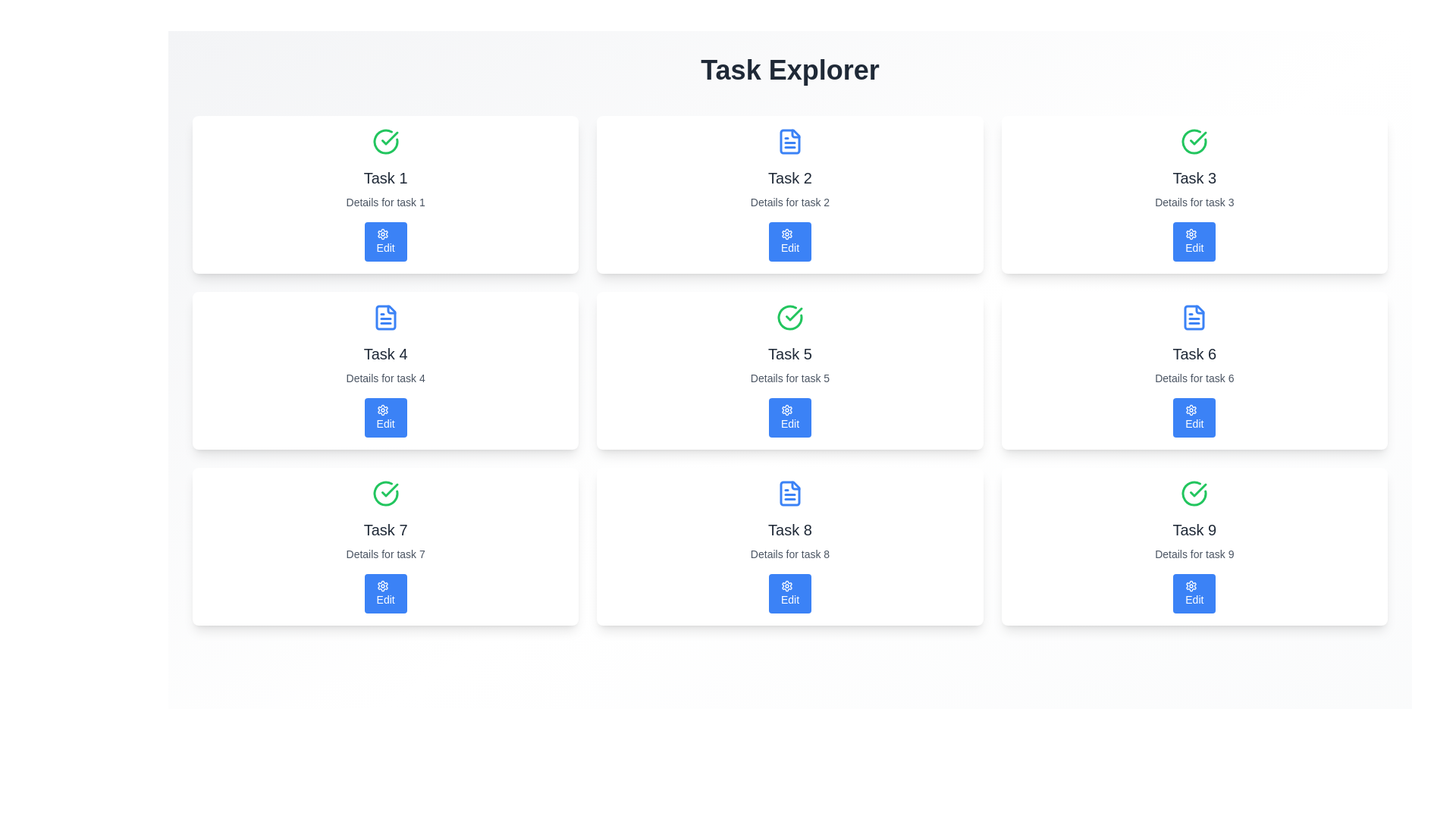 The width and height of the screenshot is (1456, 819). Describe the element at coordinates (789, 593) in the screenshot. I see `the 'Edit' button located at the bottom right of the 'Task 8' card, which allows users to edit the details or settings associated with Task 8` at that location.